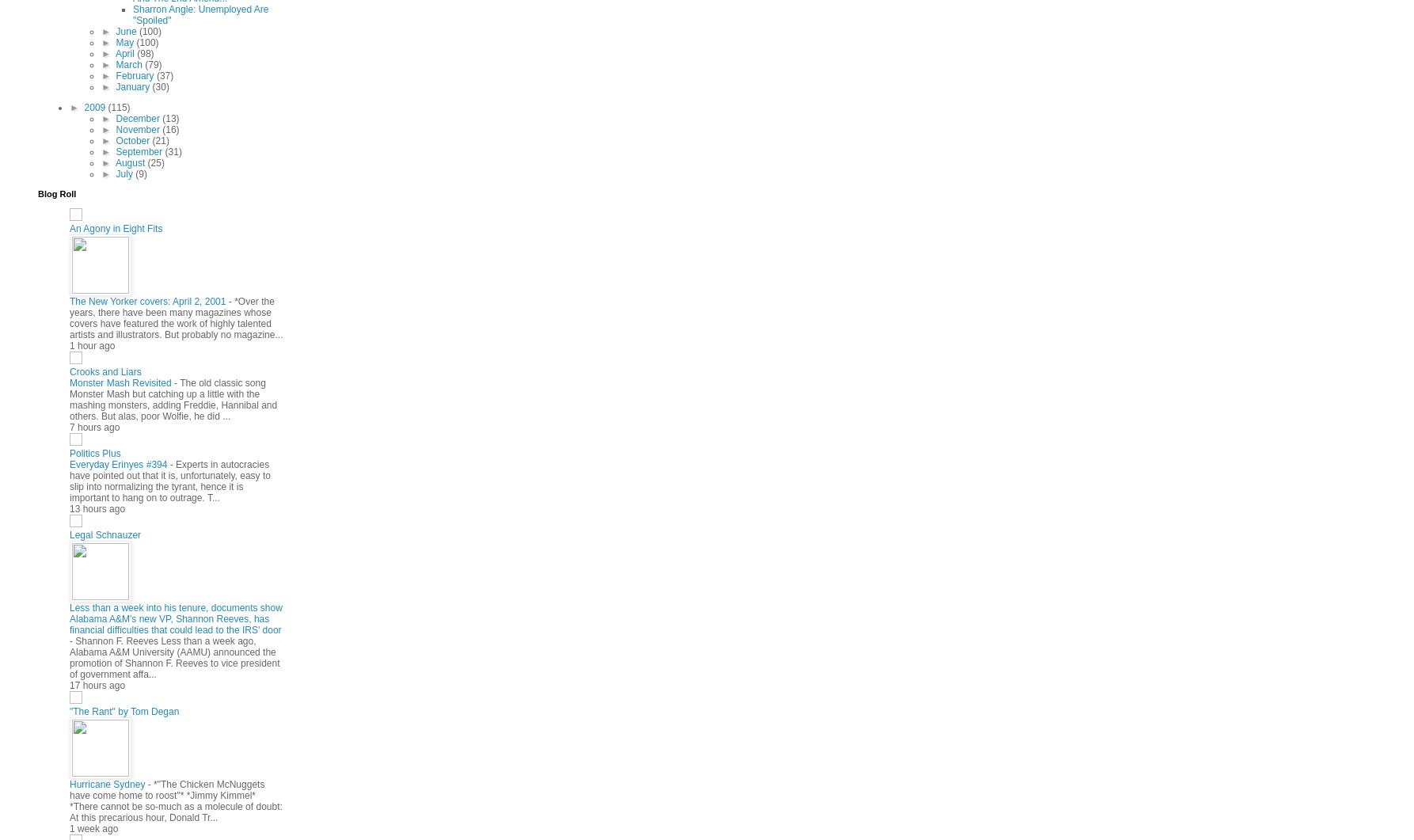  I want to click on 'July', so click(124, 172).